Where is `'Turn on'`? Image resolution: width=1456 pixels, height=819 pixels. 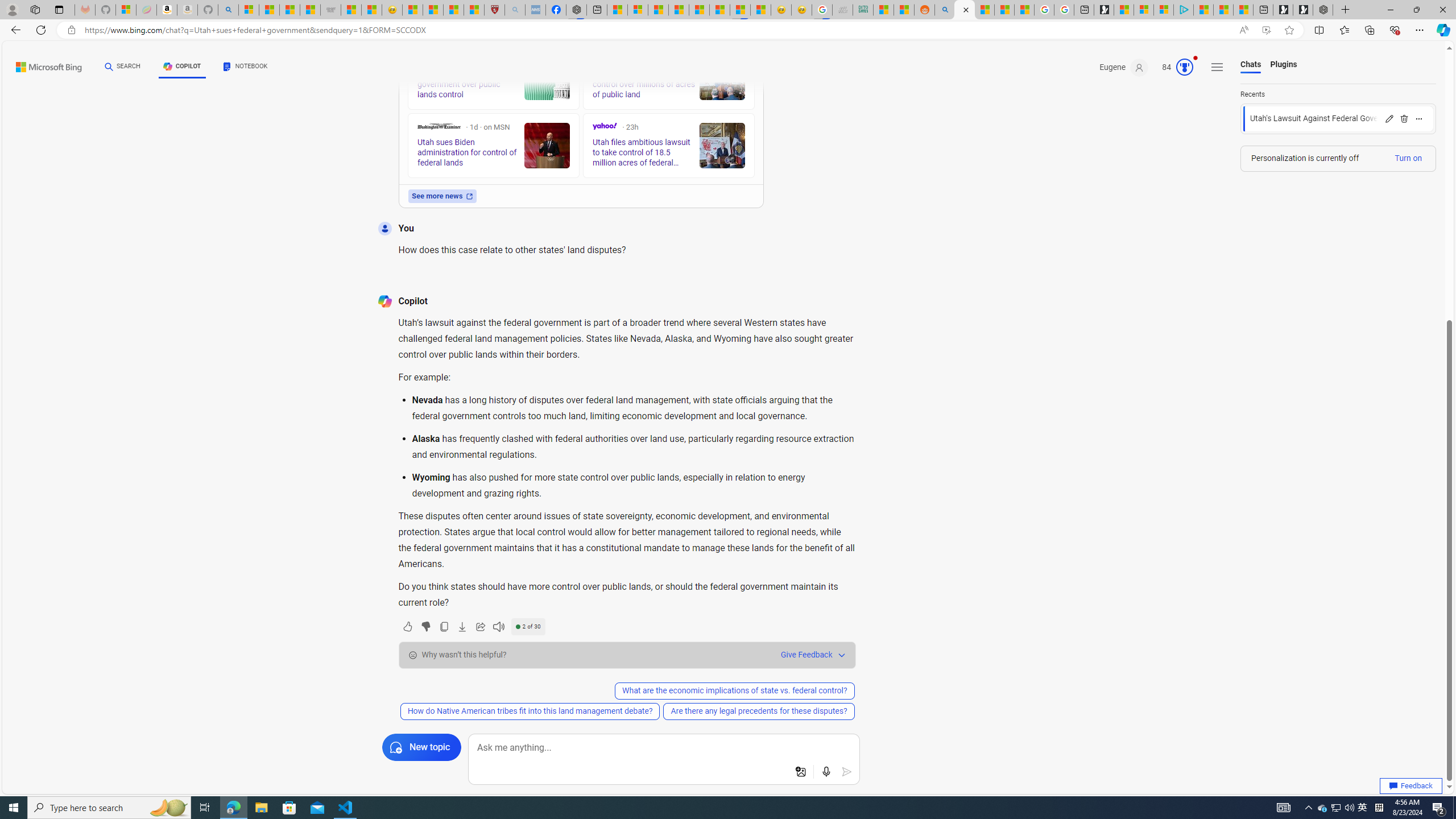
'Turn on' is located at coordinates (1407, 157).